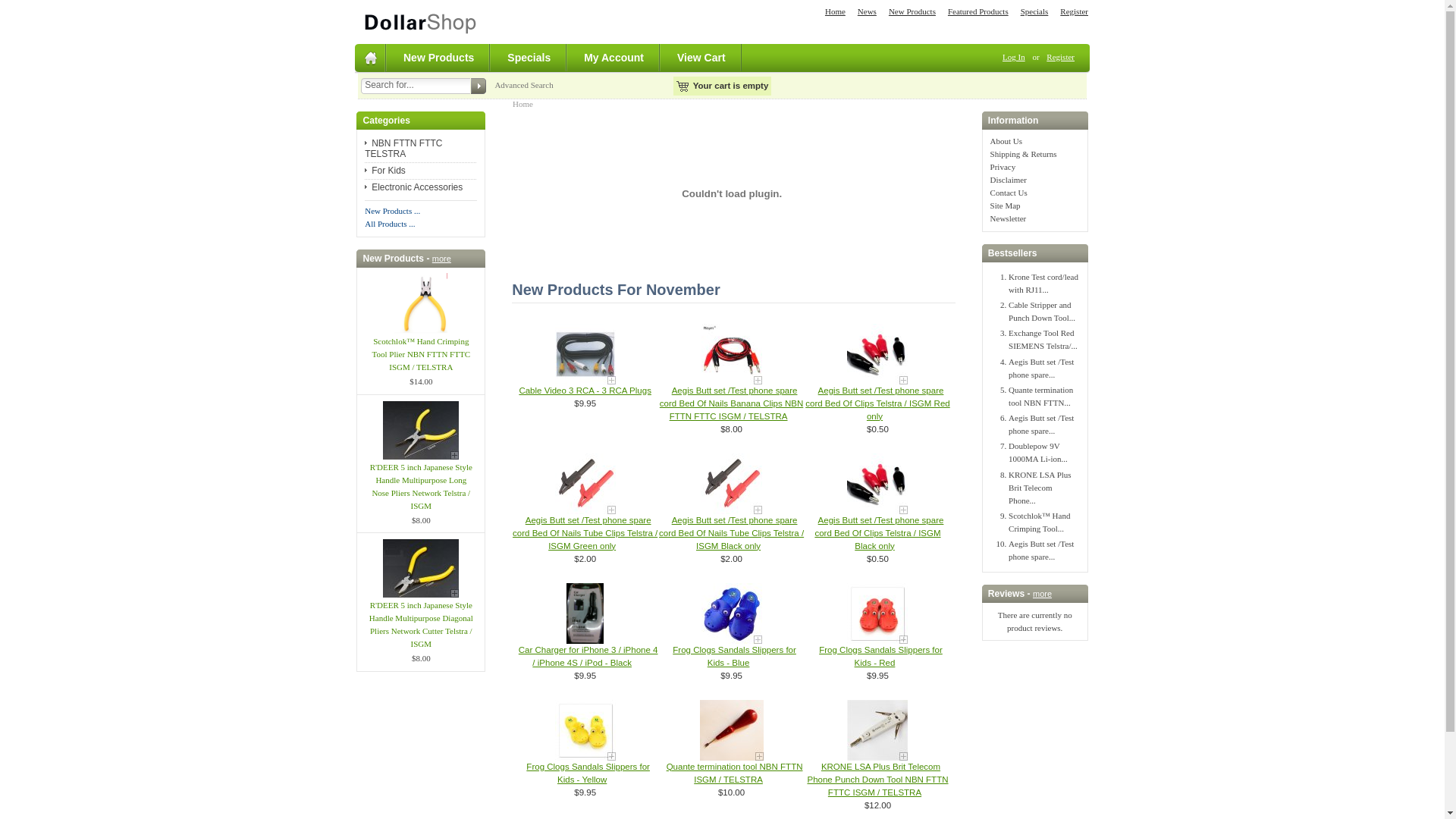 The image size is (1456, 819). What do you see at coordinates (1005, 205) in the screenshot?
I see `'Site Map'` at bounding box center [1005, 205].